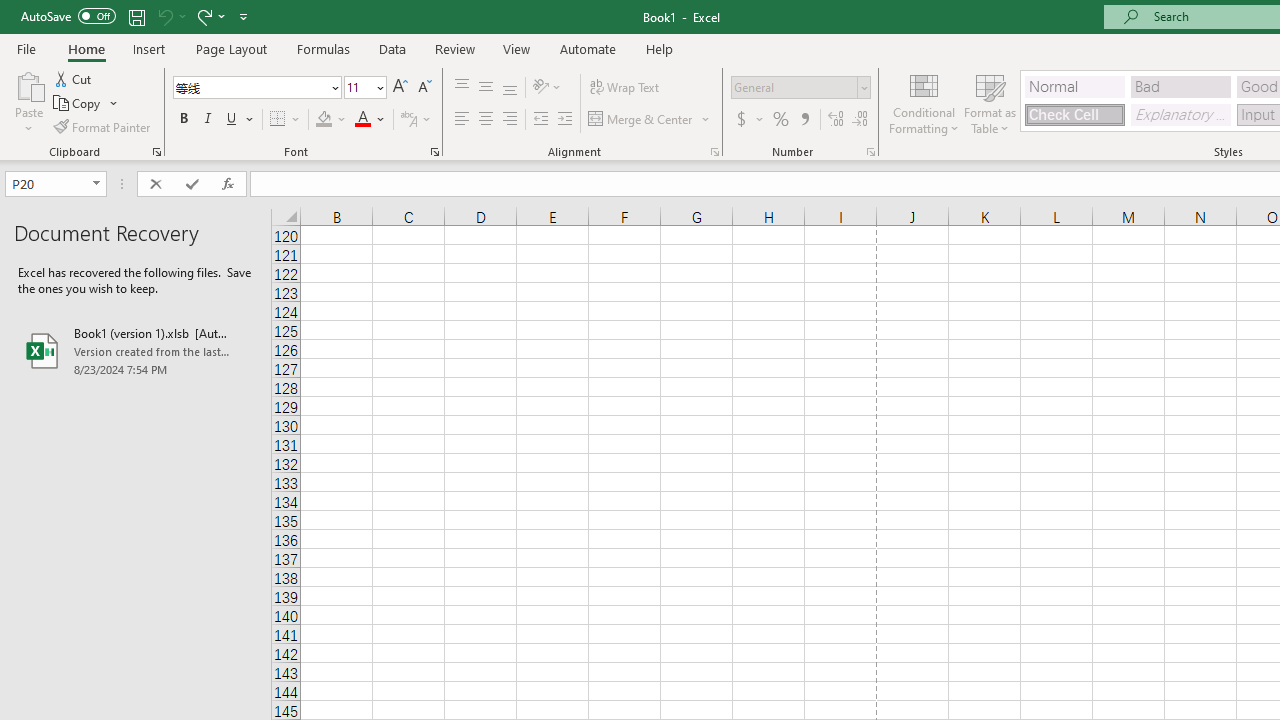 This screenshot has height=720, width=1280. What do you see at coordinates (714, 150) in the screenshot?
I see `'Format Cell Alignment'` at bounding box center [714, 150].